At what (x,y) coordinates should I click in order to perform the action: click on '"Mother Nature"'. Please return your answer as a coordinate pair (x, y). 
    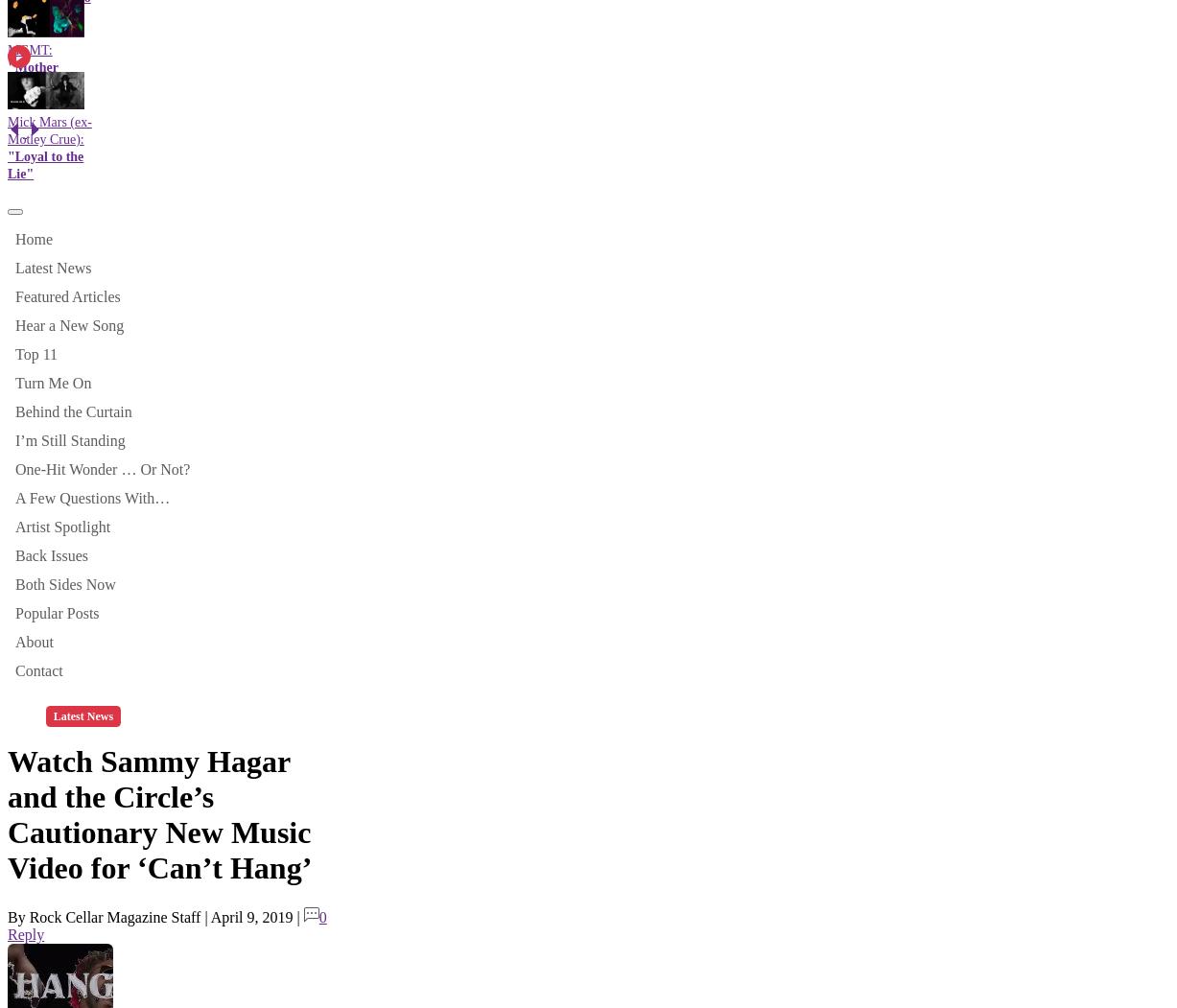
    Looking at the image, I should click on (7, 74).